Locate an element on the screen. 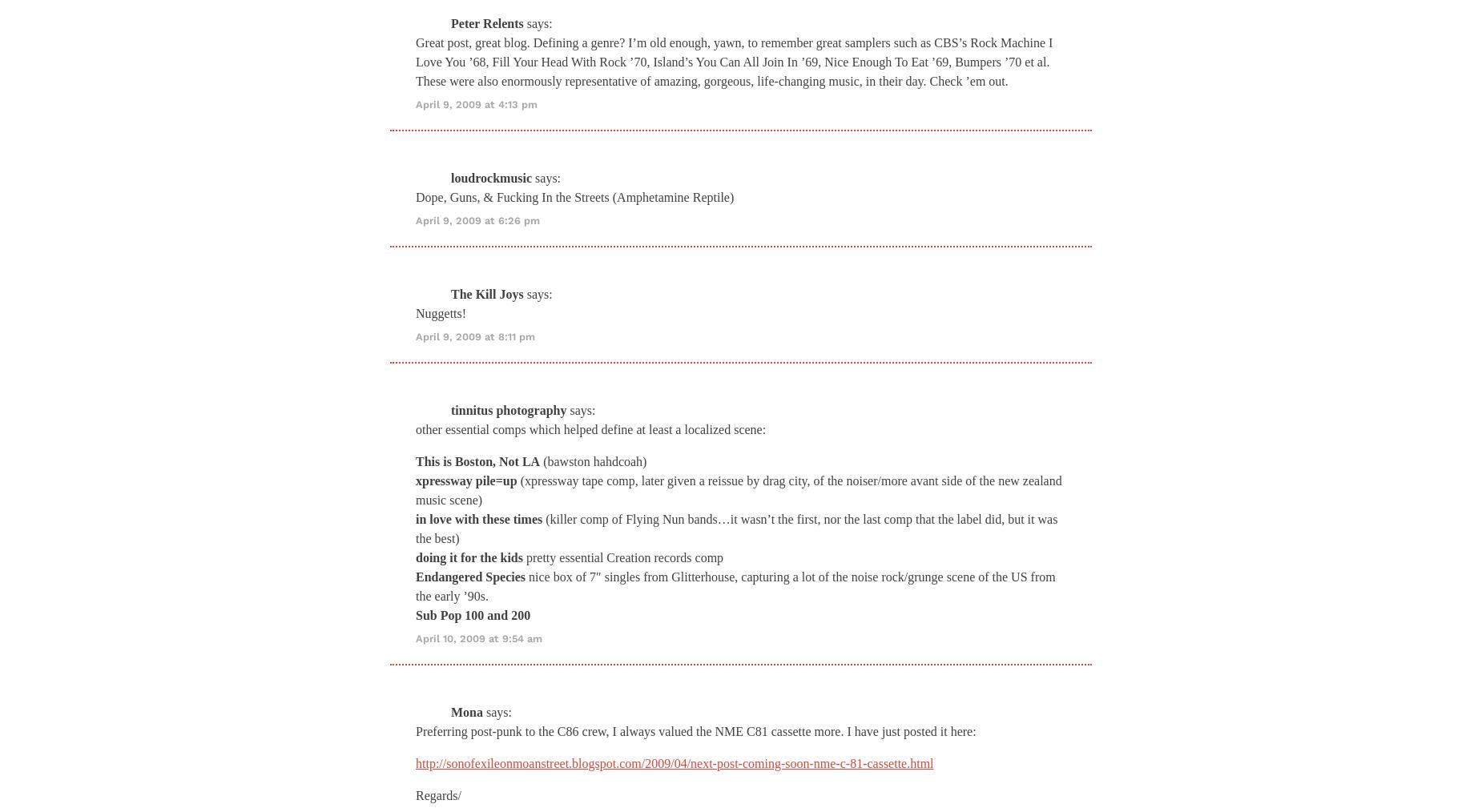 The width and height of the screenshot is (1482, 812). 'This is Boston, Not LA' is located at coordinates (477, 460).